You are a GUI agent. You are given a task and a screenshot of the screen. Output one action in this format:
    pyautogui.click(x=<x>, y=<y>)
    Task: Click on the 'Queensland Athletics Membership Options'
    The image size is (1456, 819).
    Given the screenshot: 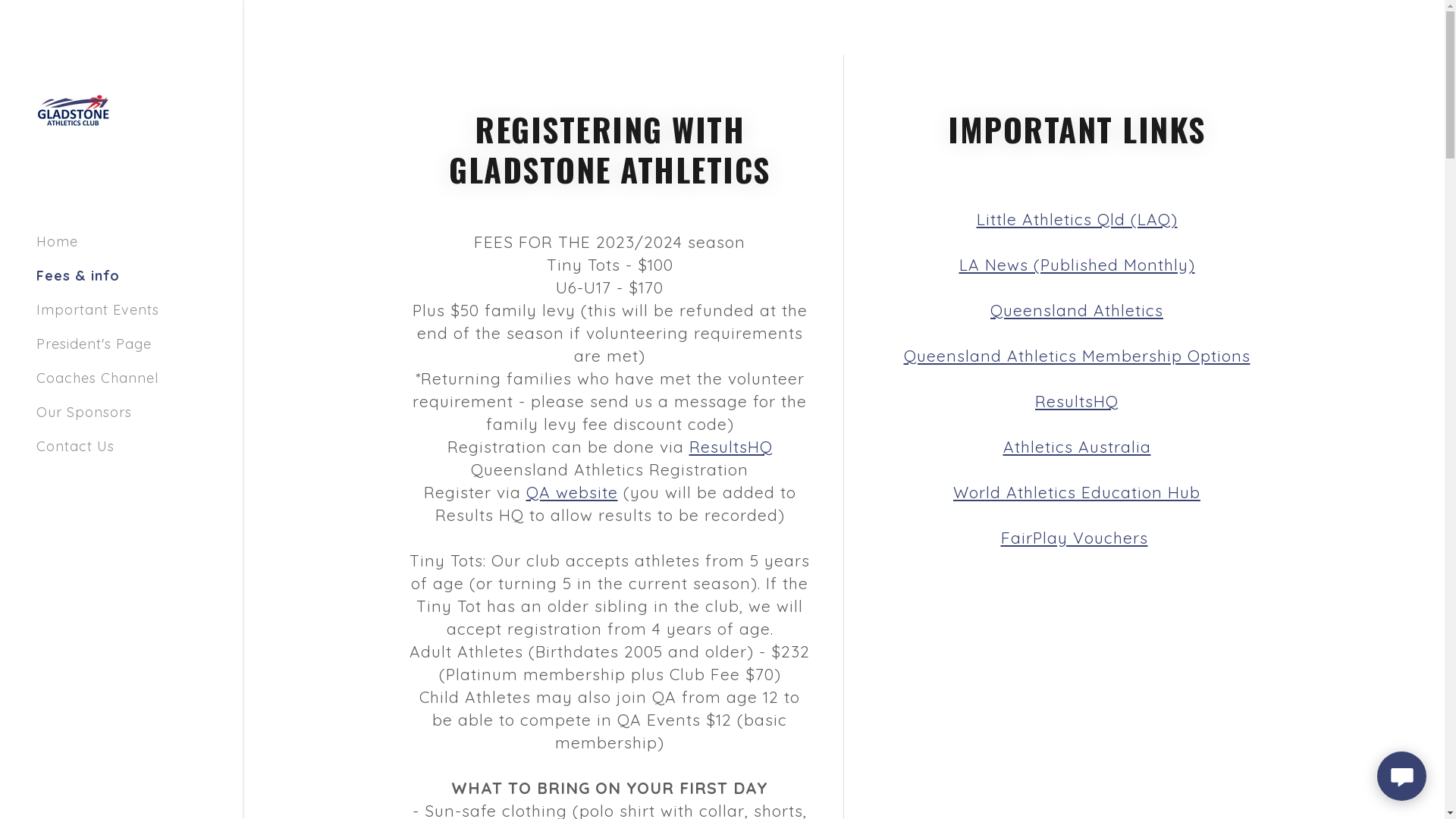 What is the action you would take?
    pyautogui.click(x=1076, y=356)
    